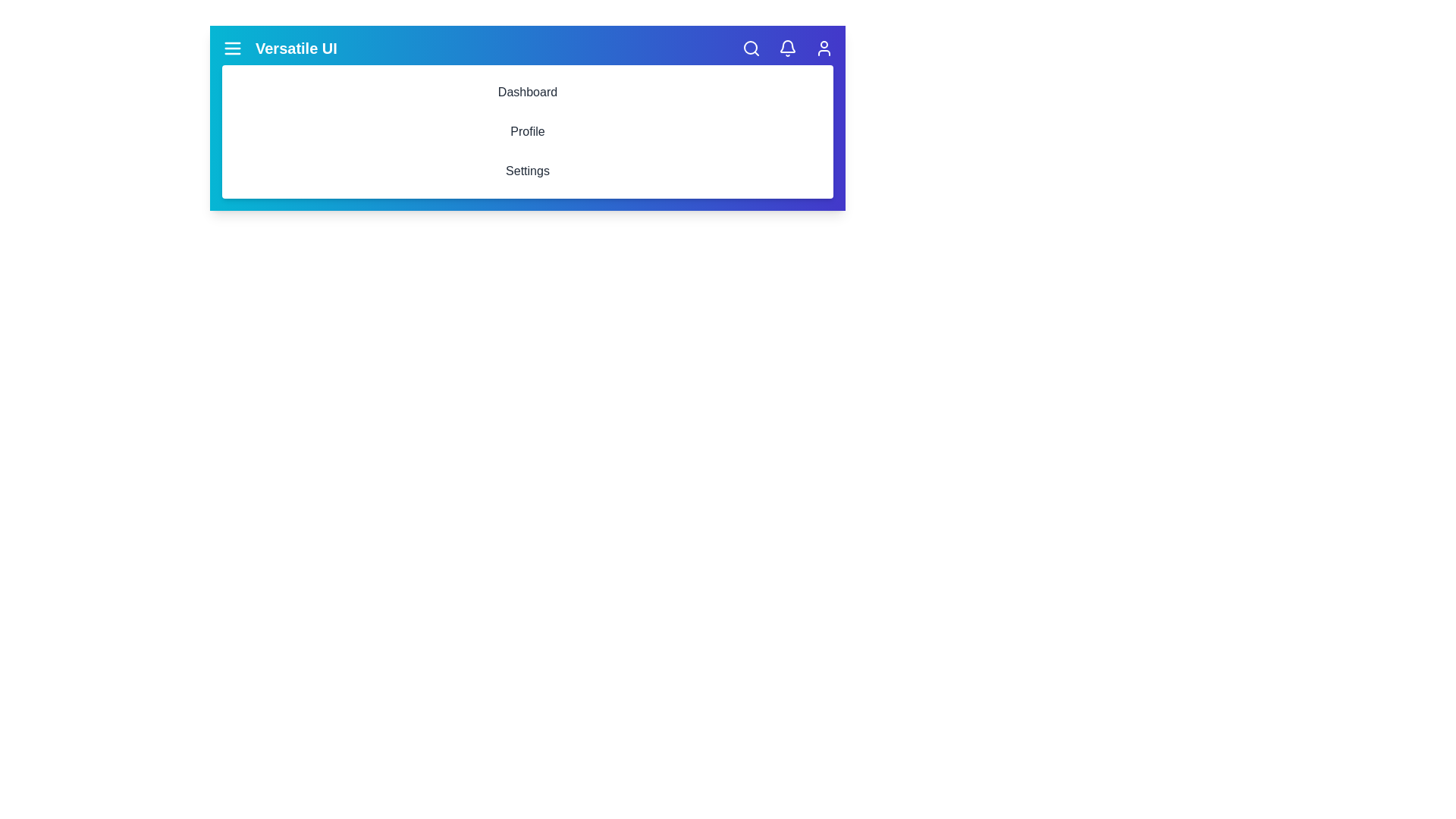  I want to click on the 'Settings' link to navigate to the Settings page, so click(528, 171).